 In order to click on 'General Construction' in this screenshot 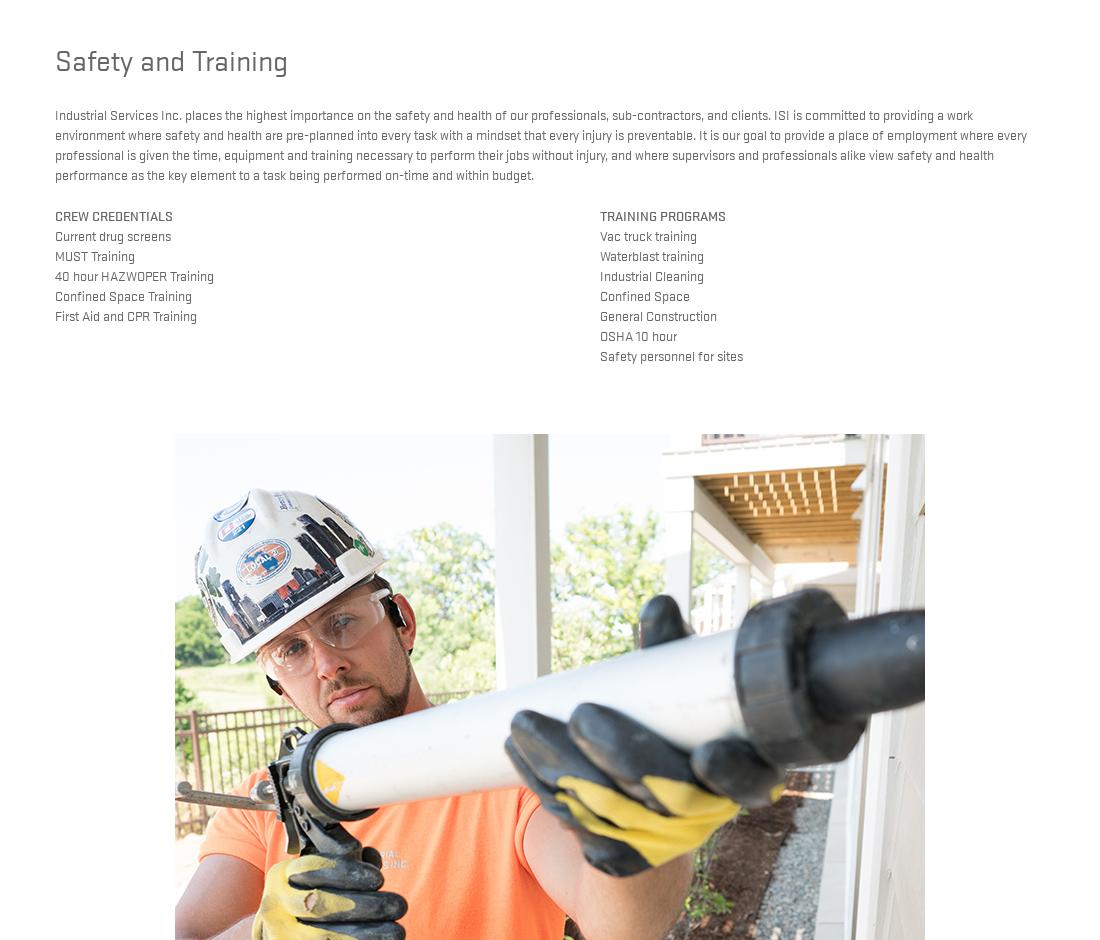, I will do `click(657, 314)`.